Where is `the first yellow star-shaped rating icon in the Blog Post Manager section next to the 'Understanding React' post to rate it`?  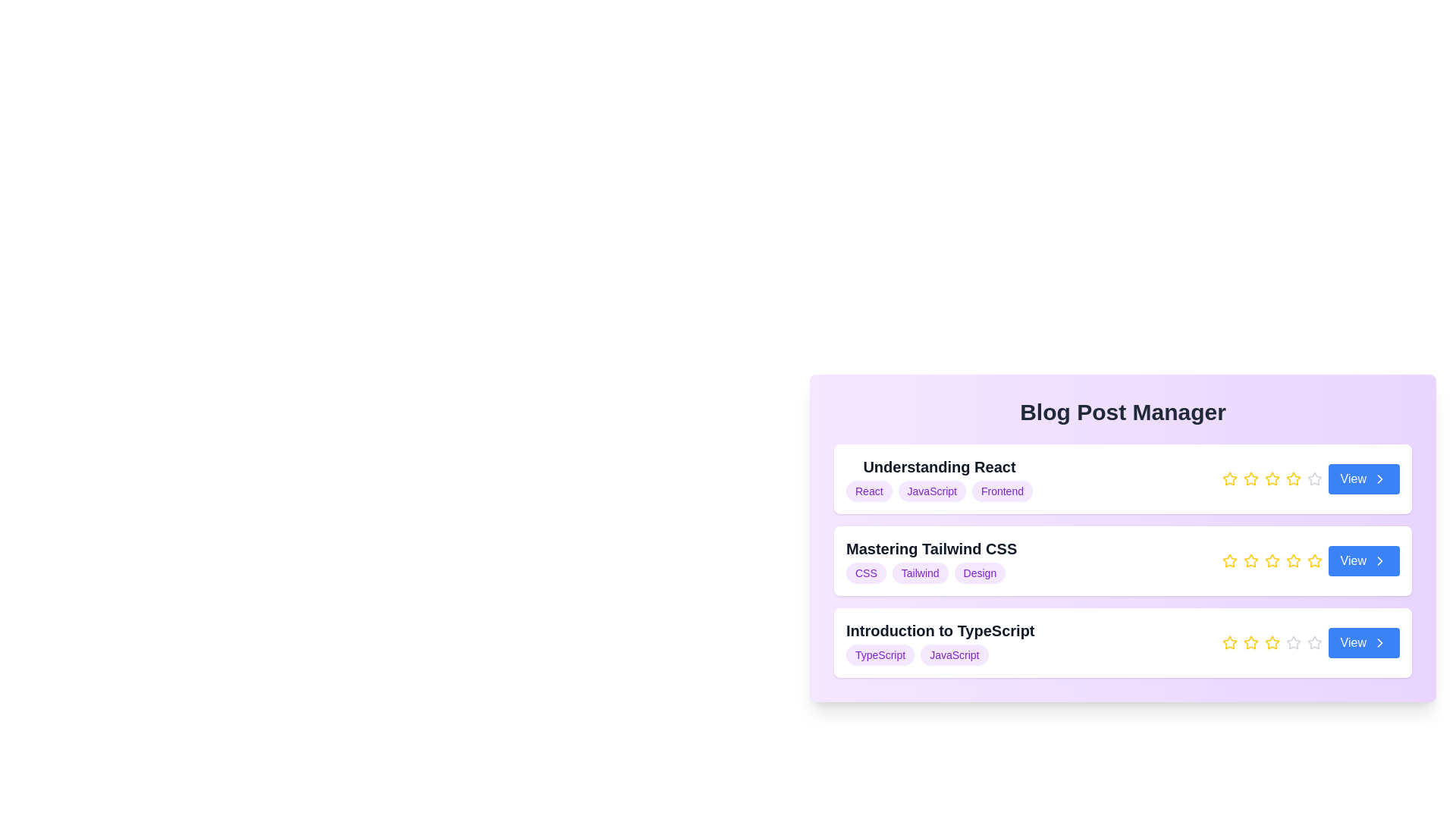 the first yellow star-shaped rating icon in the Blog Post Manager section next to the 'Understanding React' post to rate it is located at coordinates (1229, 479).